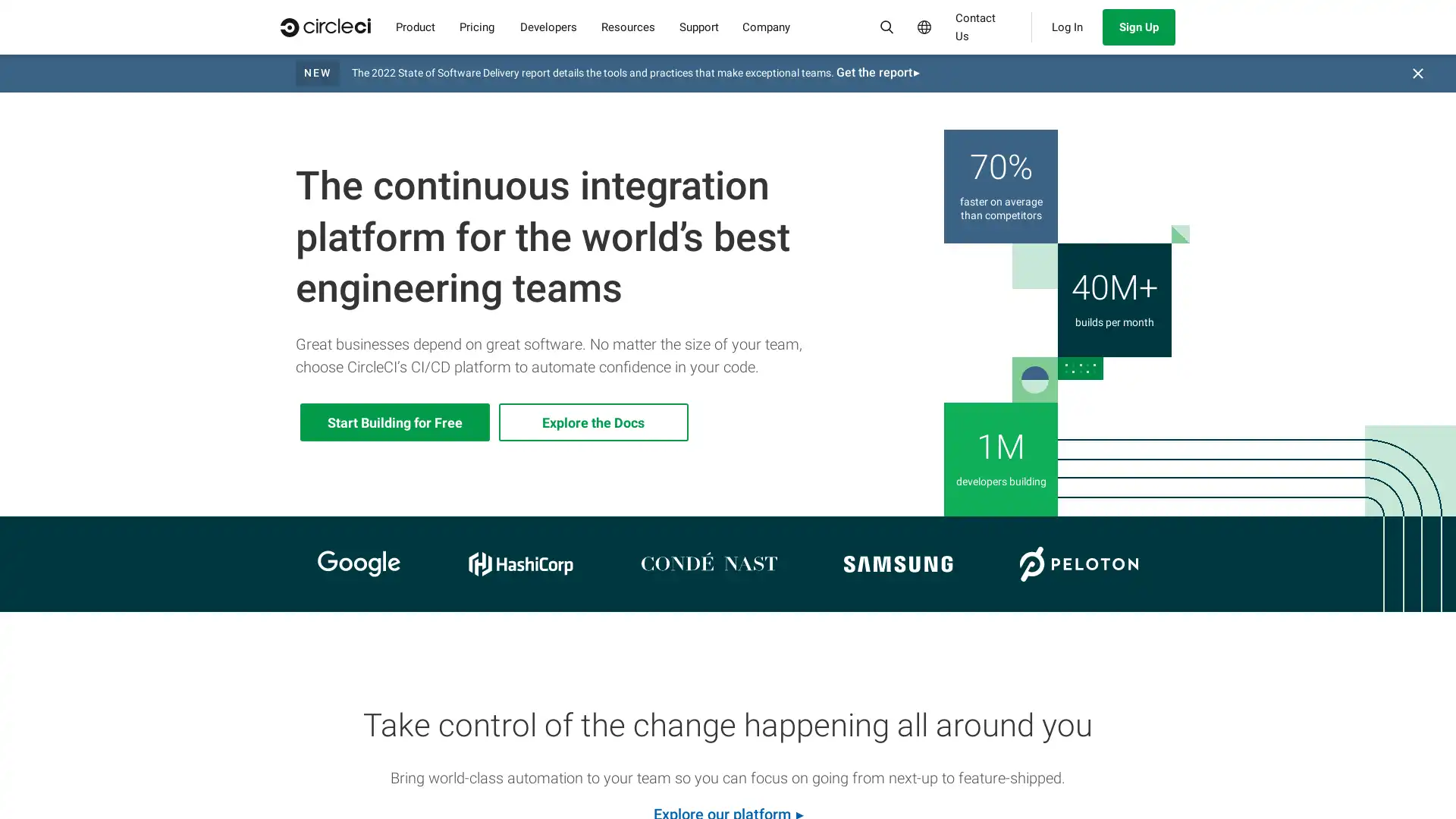  What do you see at coordinates (886, 27) in the screenshot?
I see `Search` at bounding box center [886, 27].